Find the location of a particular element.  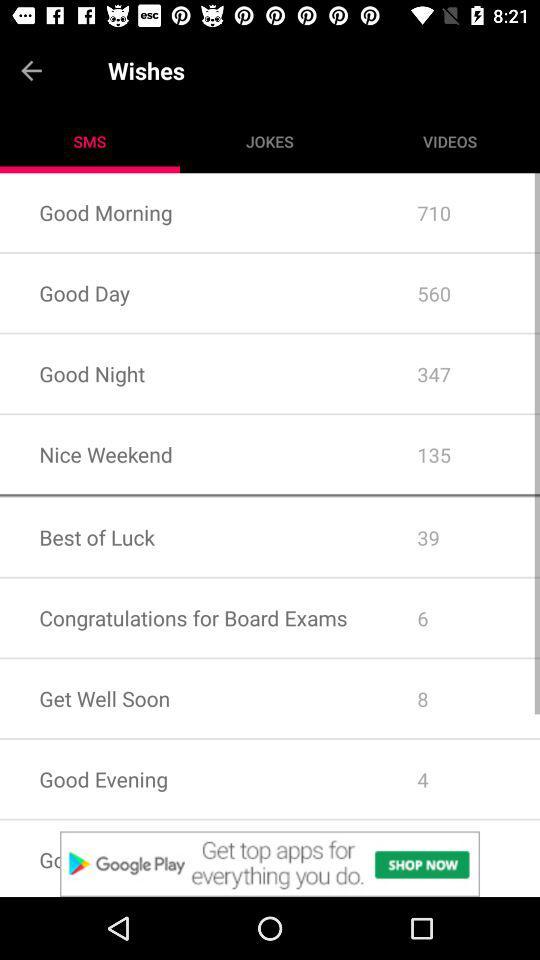

go back is located at coordinates (54, 70).